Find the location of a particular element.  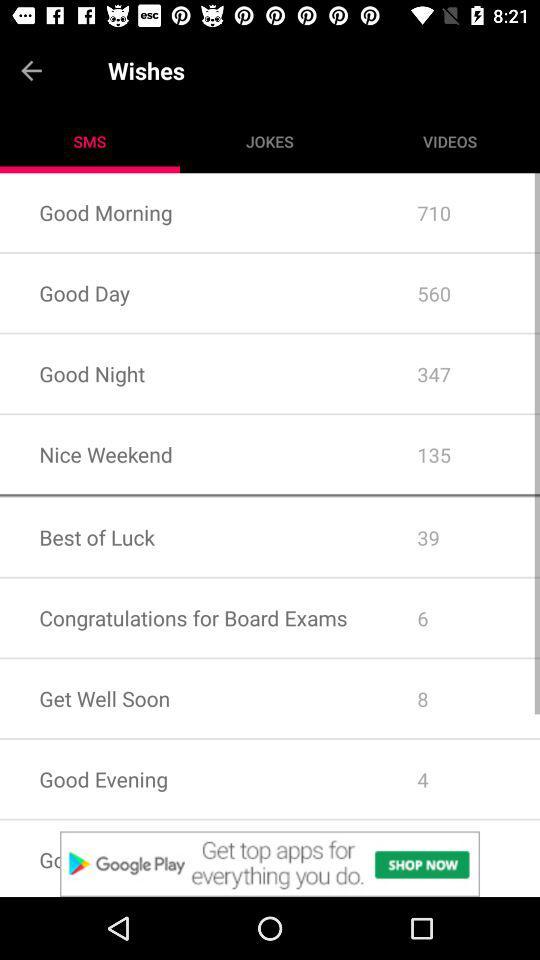

go back is located at coordinates (54, 70).